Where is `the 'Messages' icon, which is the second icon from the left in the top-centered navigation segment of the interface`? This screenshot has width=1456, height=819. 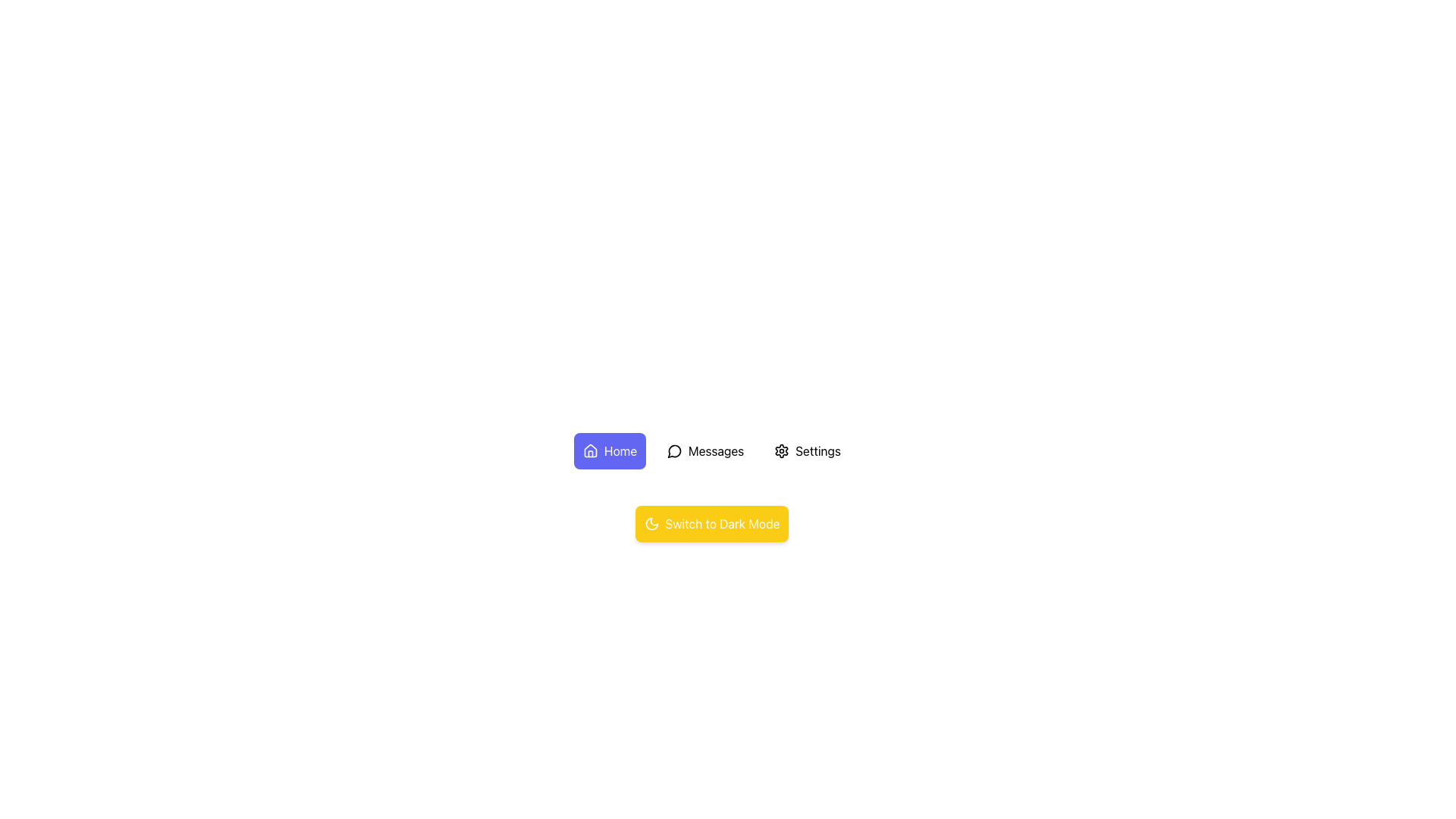
the 'Messages' icon, which is the second icon from the left in the top-centered navigation segment of the interface is located at coordinates (673, 450).